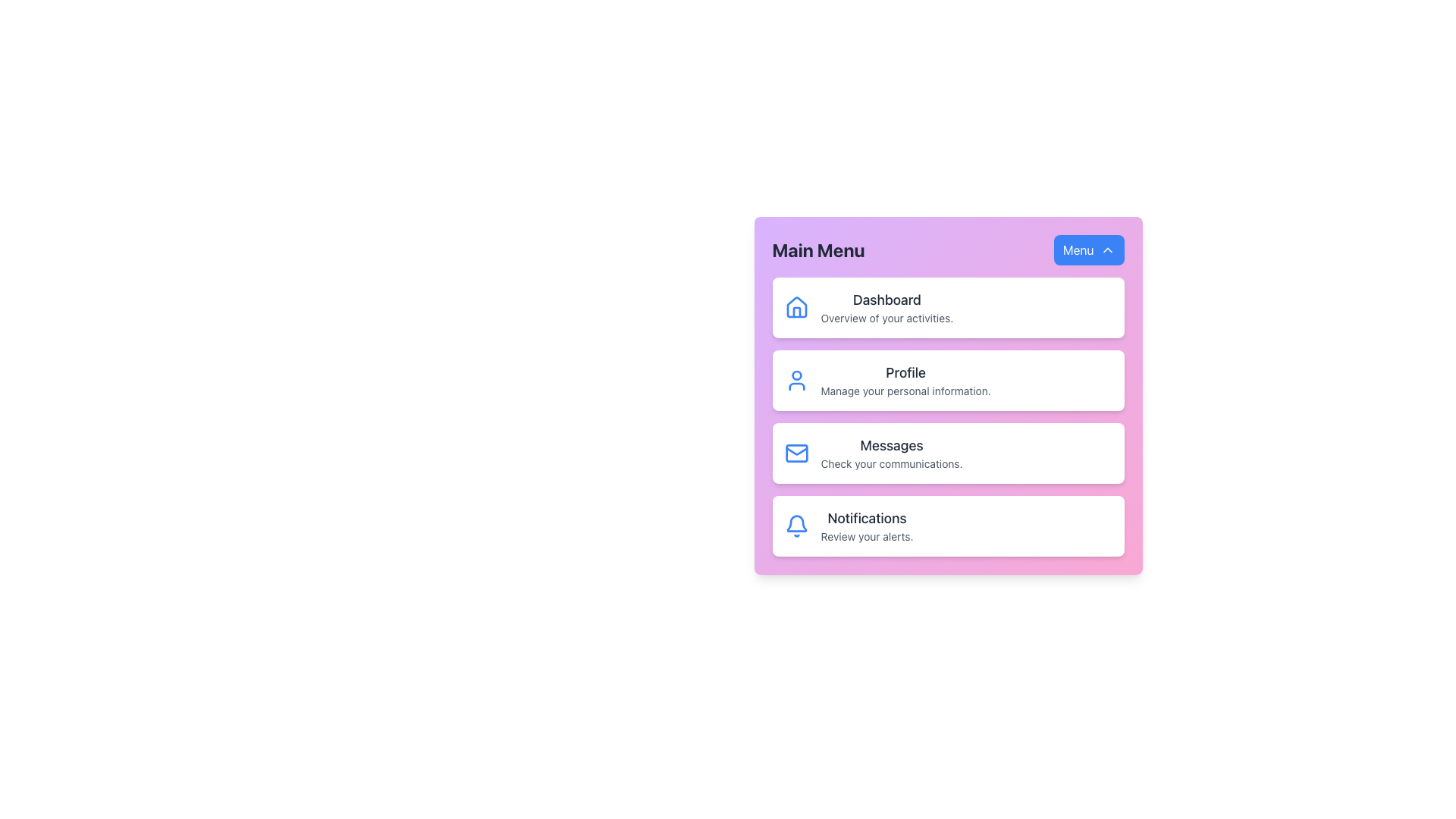 Image resolution: width=1456 pixels, height=819 pixels. I want to click on the user profile settings icon located to the left of the 'Profile' card text in the main menu interface, so click(795, 379).